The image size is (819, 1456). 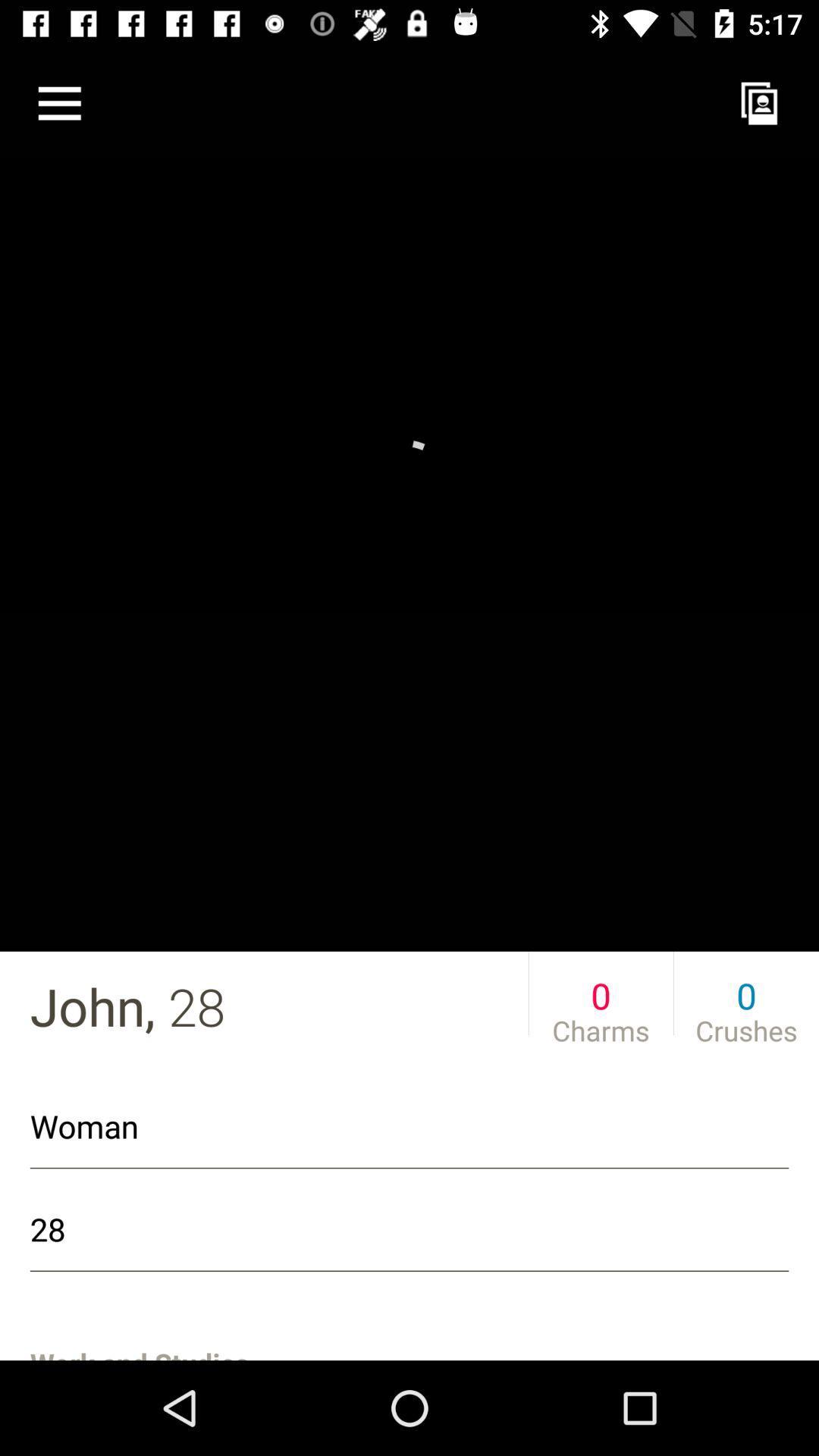 What do you see at coordinates (759, 102) in the screenshot?
I see `the wallpaper icon` at bounding box center [759, 102].